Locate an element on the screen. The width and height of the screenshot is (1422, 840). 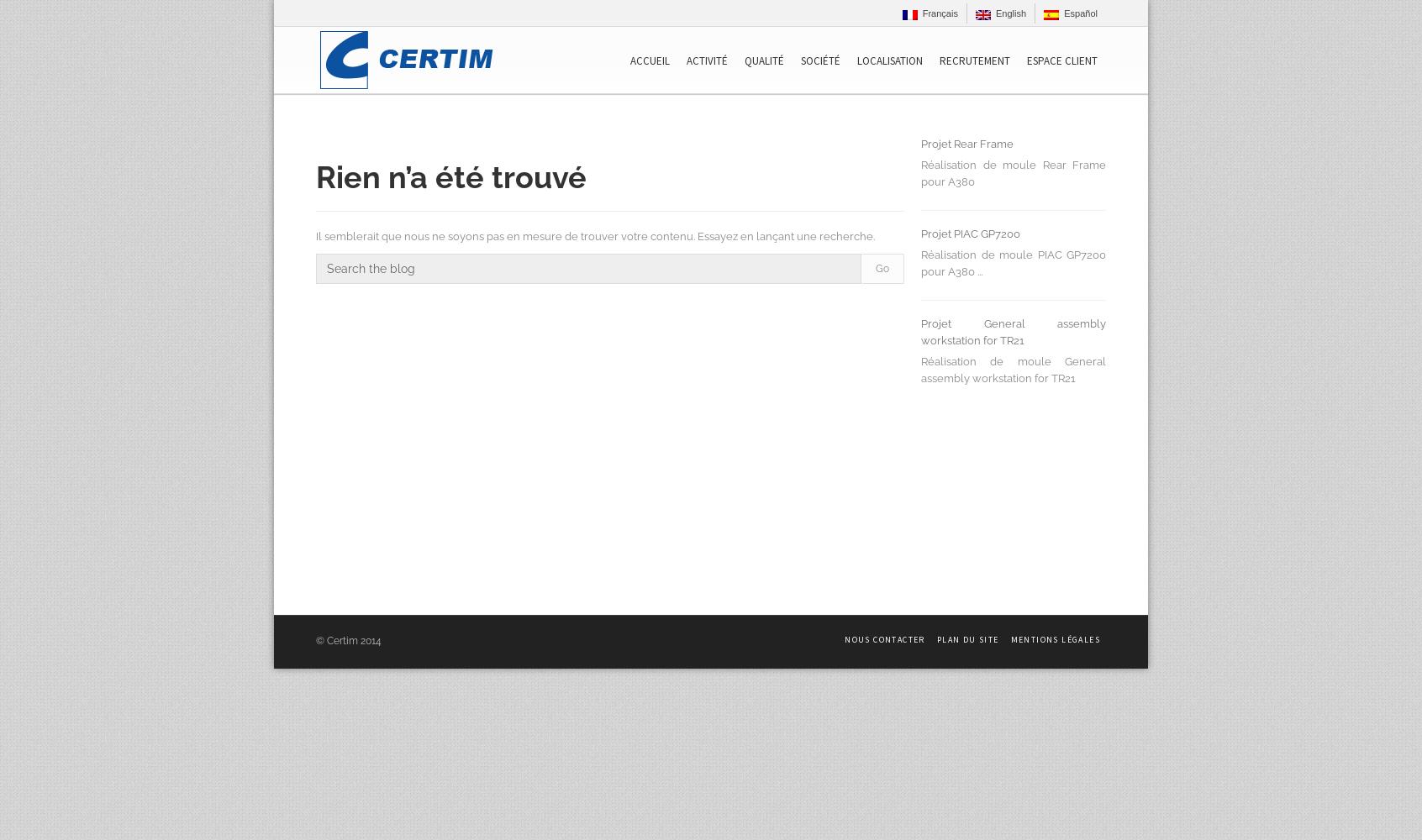
'Qualité' is located at coordinates (763, 60).